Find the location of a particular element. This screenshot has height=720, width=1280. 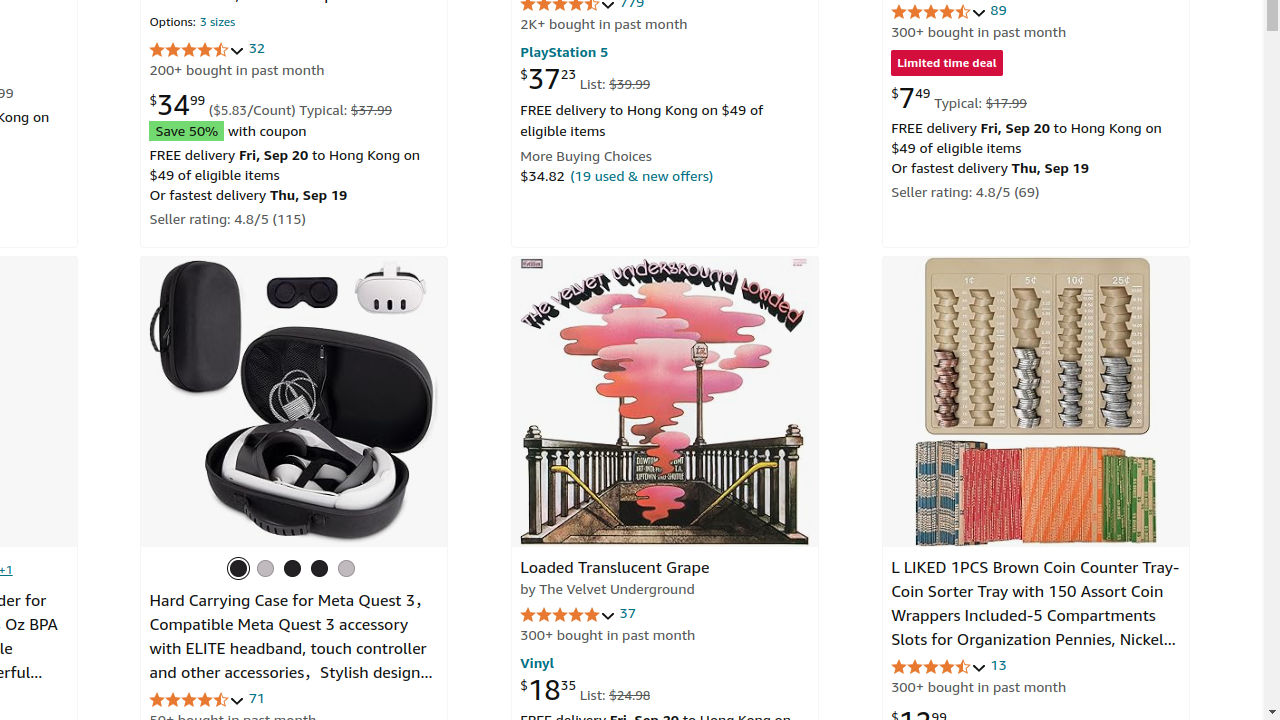

'13' is located at coordinates (998, 664).